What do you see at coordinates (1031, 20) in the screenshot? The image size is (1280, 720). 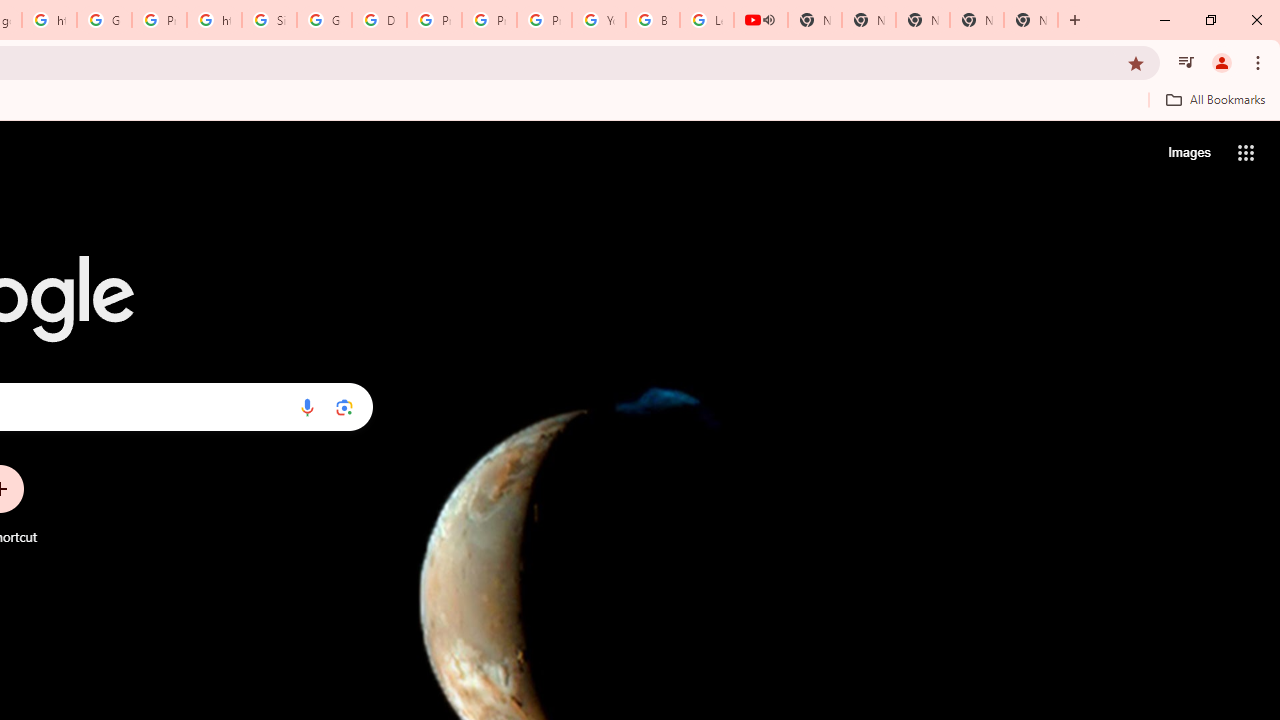 I see `'New Tab'` at bounding box center [1031, 20].